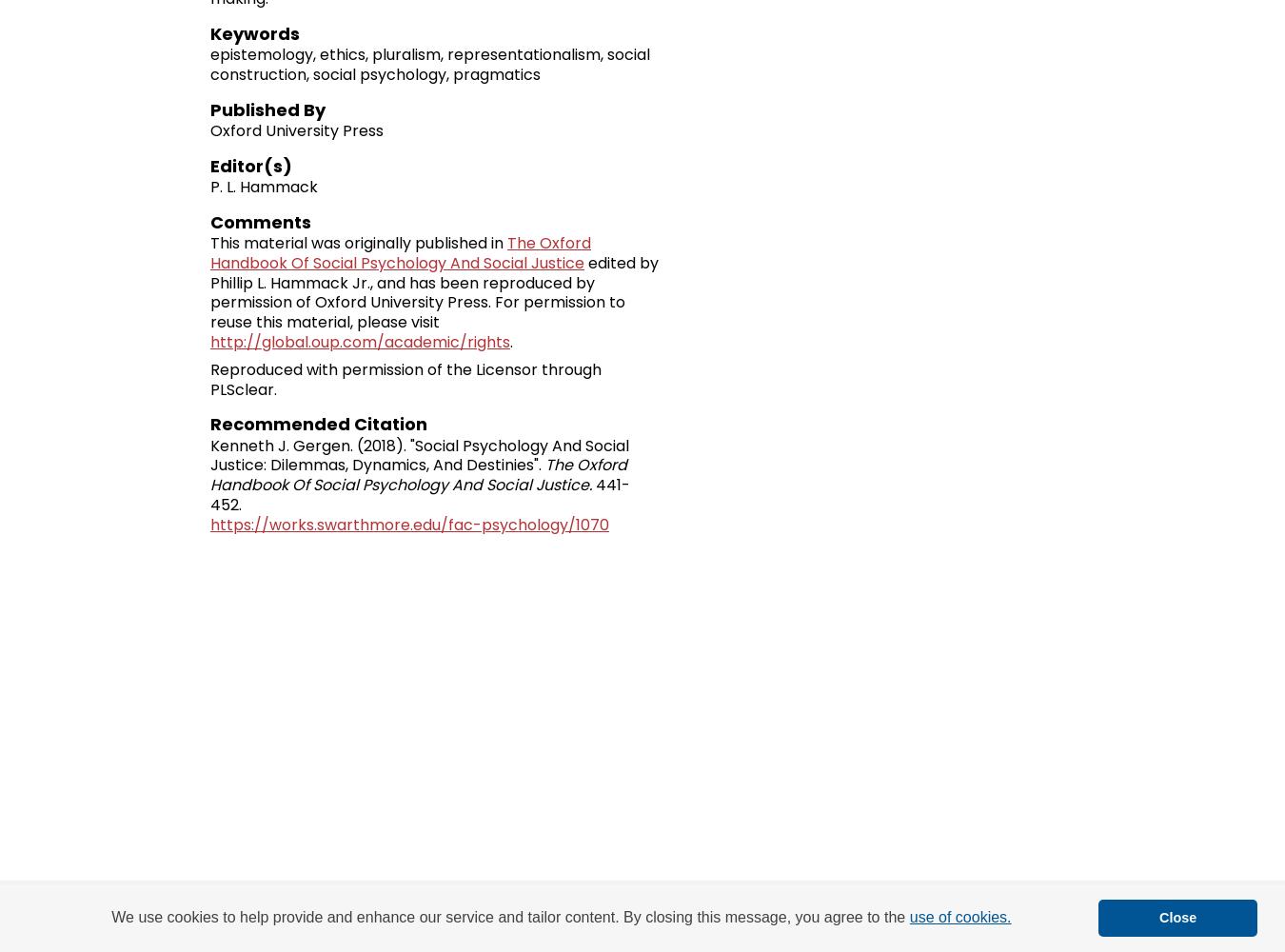 The height and width of the screenshot is (952, 1285). I want to click on 'Home', so click(206, 899).